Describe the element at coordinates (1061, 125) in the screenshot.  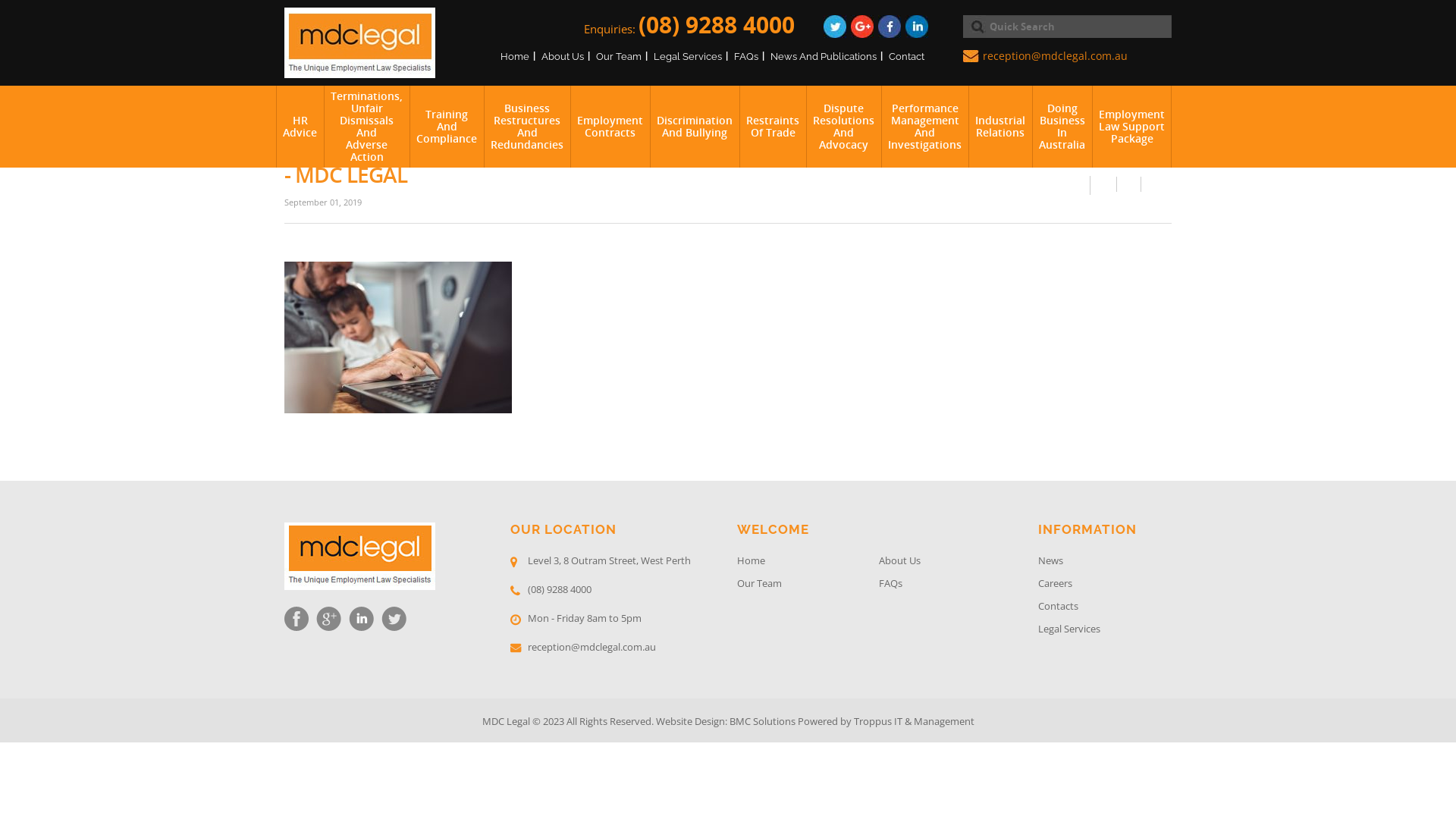
I see `'Doing Business` at that location.